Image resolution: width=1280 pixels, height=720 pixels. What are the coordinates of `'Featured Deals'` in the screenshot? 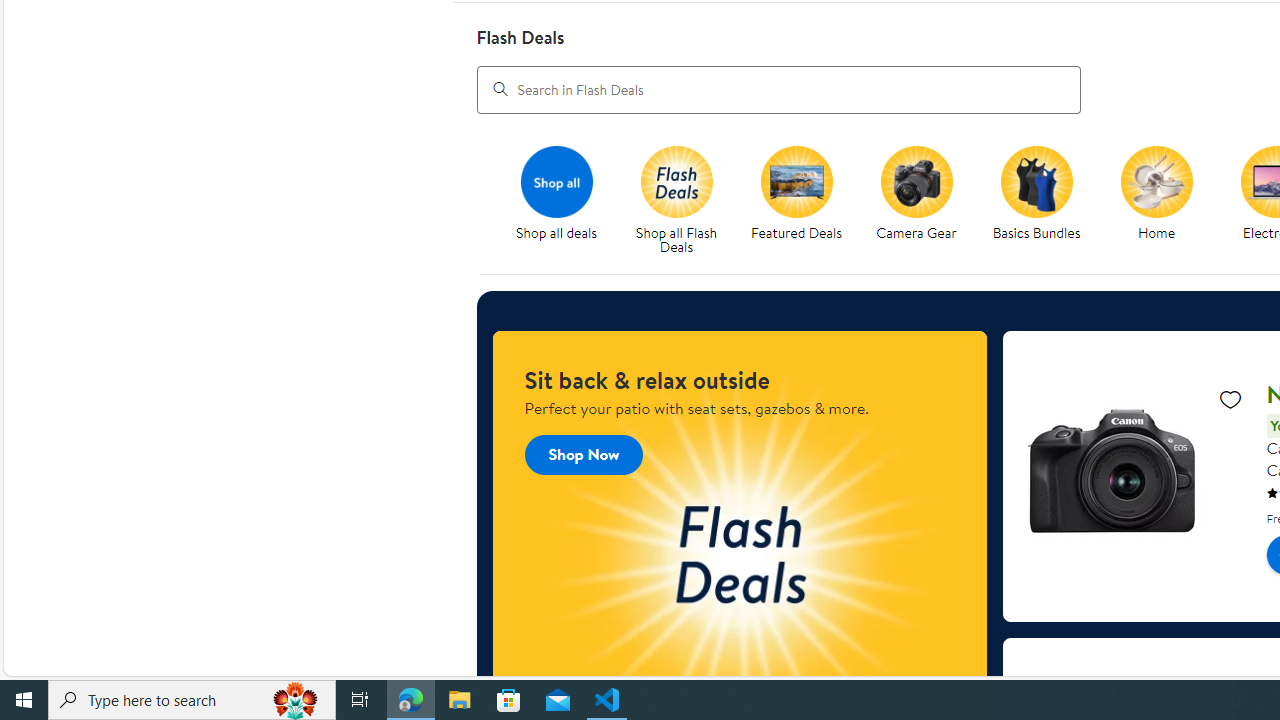 It's located at (795, 181).